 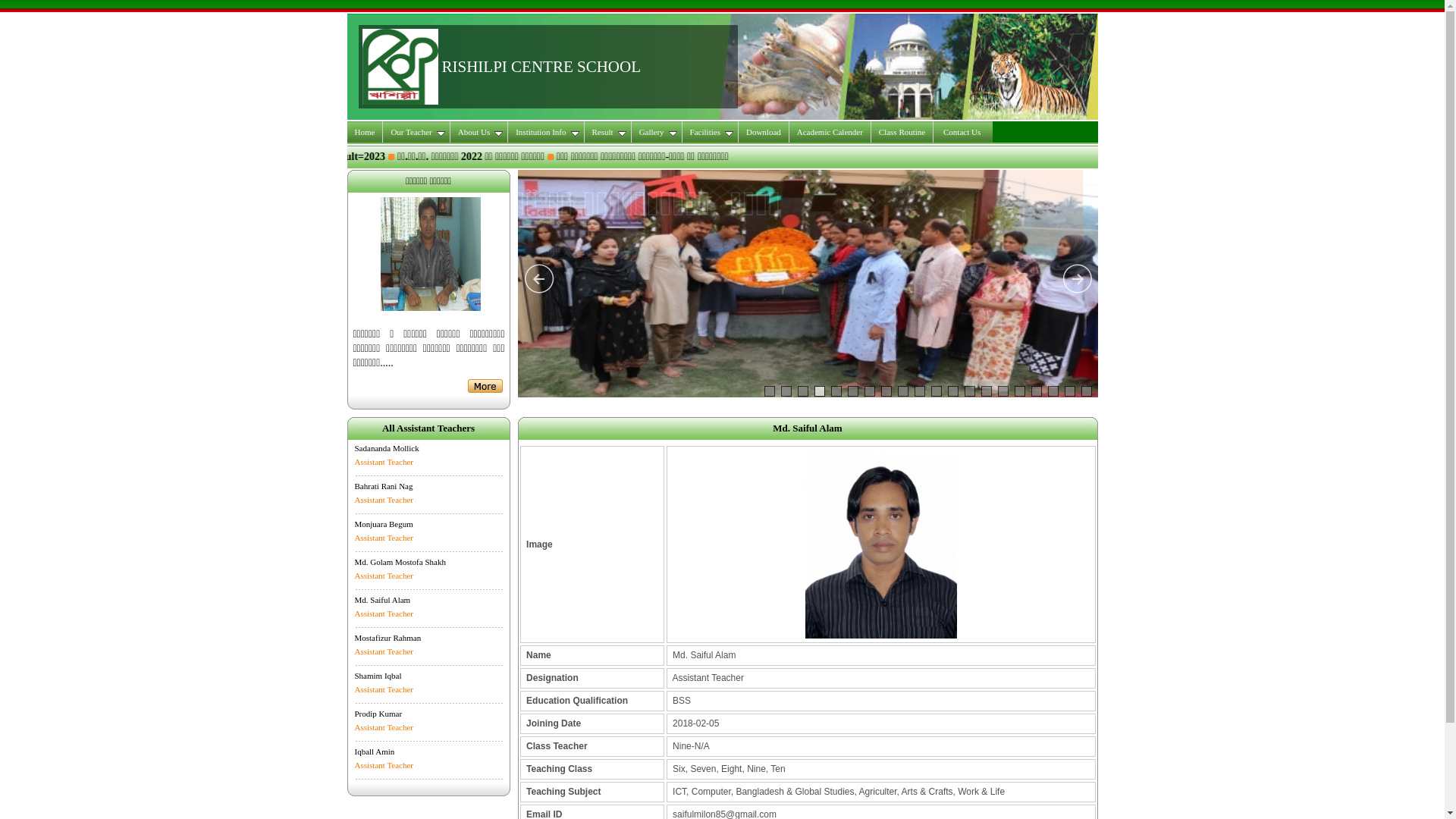 I want to click on 'Our Teacher', so click(x=416, y=130).